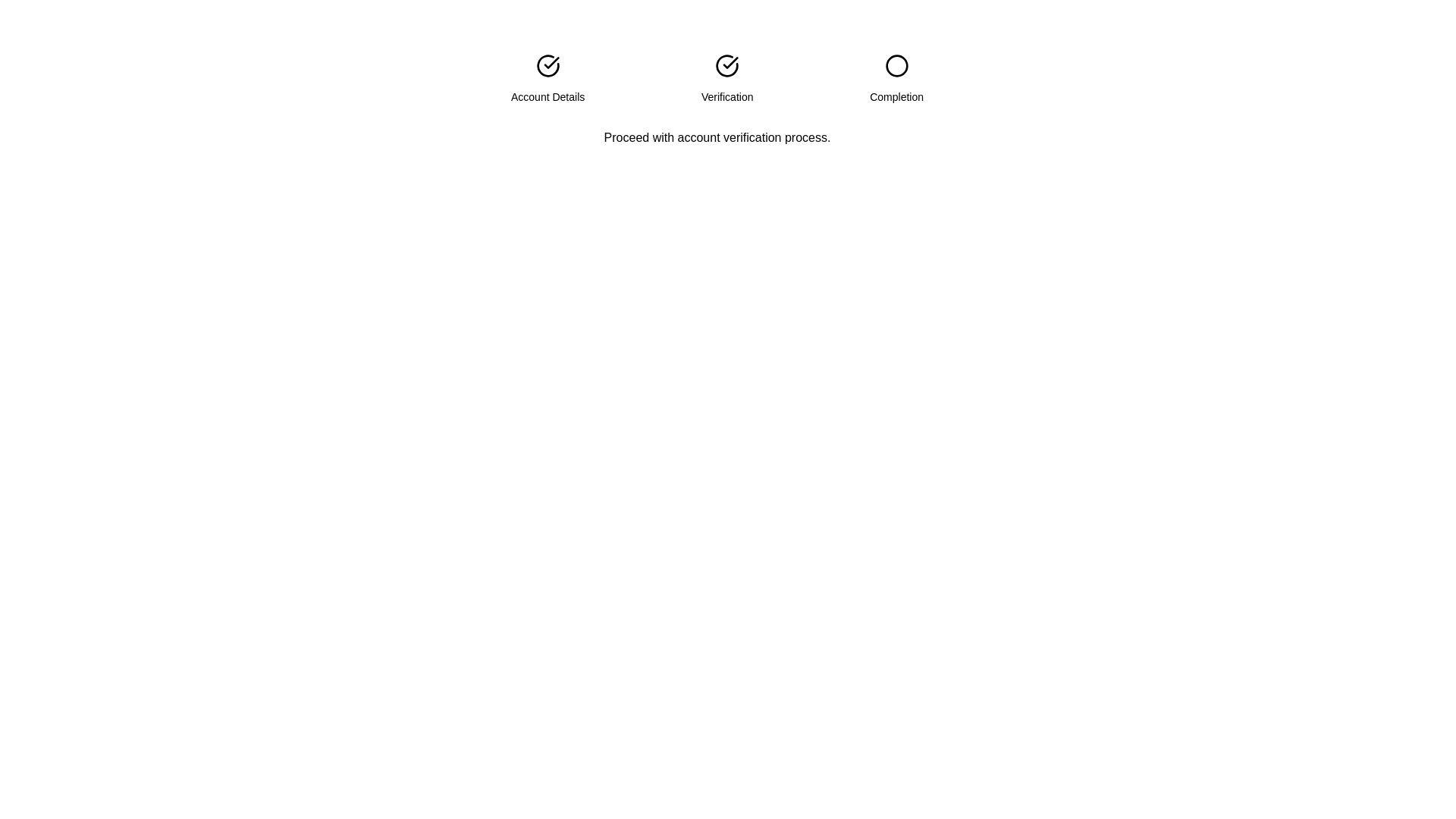  What do you see at coordinates (716, 137) in the screenshot?
I see `text label displaying the message 'Proceed with account verification process.' located below the step indicator component` at bounding box center [716, 137].